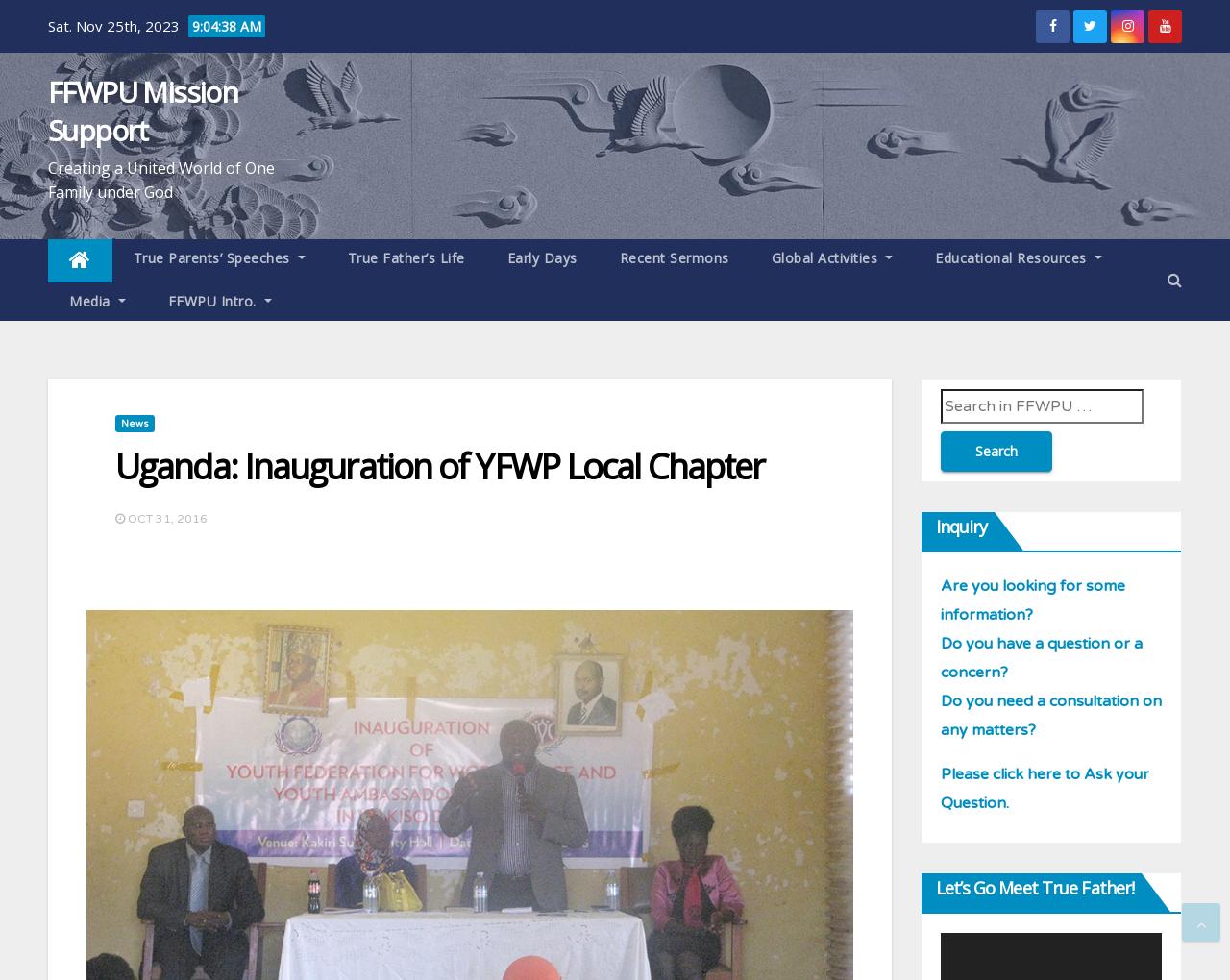 The height and width of the screenshot is (980, 1230). What do you see at coordinates (90, 301) in the screenshot?
I see `'Media'` at bounding box center [90, 301].